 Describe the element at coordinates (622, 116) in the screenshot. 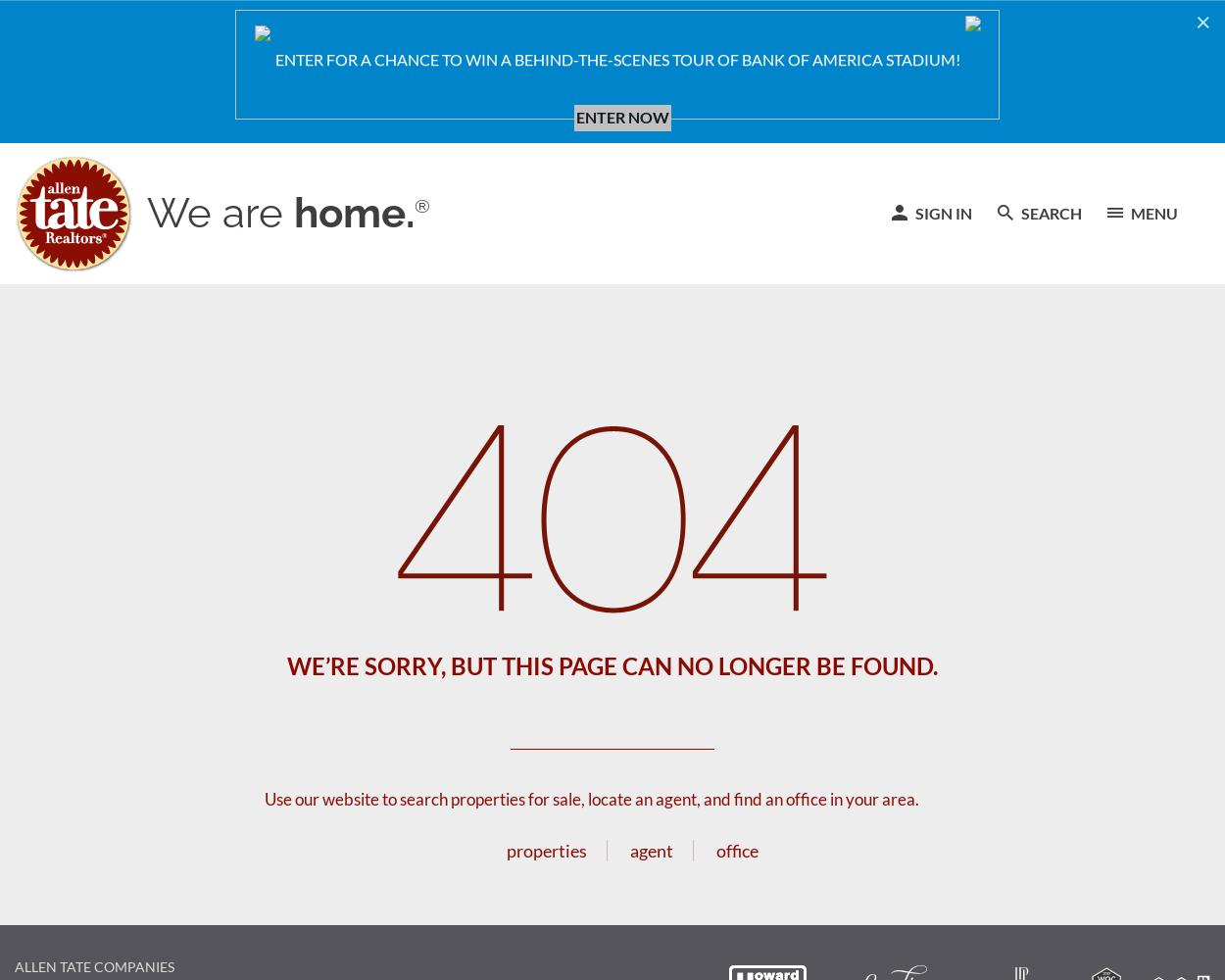

I see `'ENTER NOW'` at that location.